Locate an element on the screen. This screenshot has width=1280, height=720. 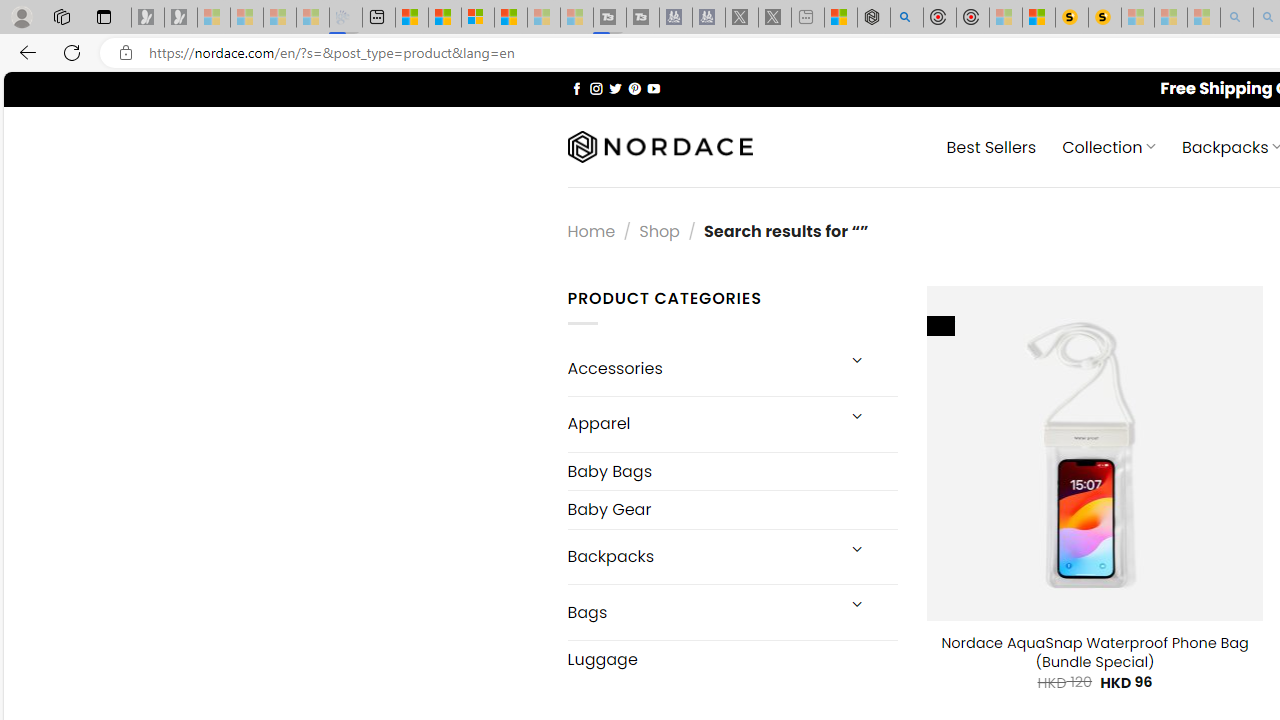
'Refresh' is located at coordinates (72, 51).